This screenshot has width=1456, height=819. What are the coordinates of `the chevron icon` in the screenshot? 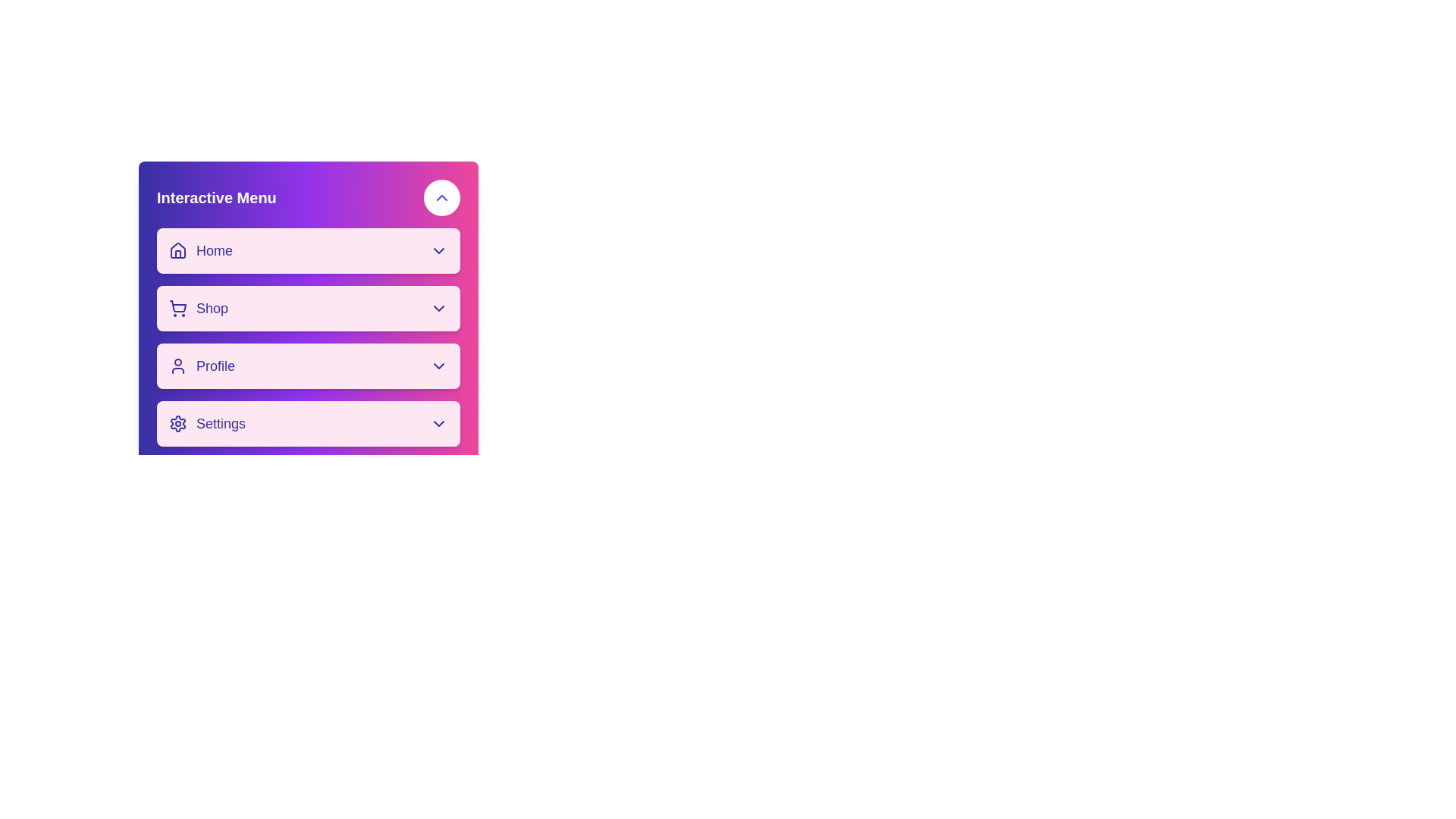 It's located at (438, 308).